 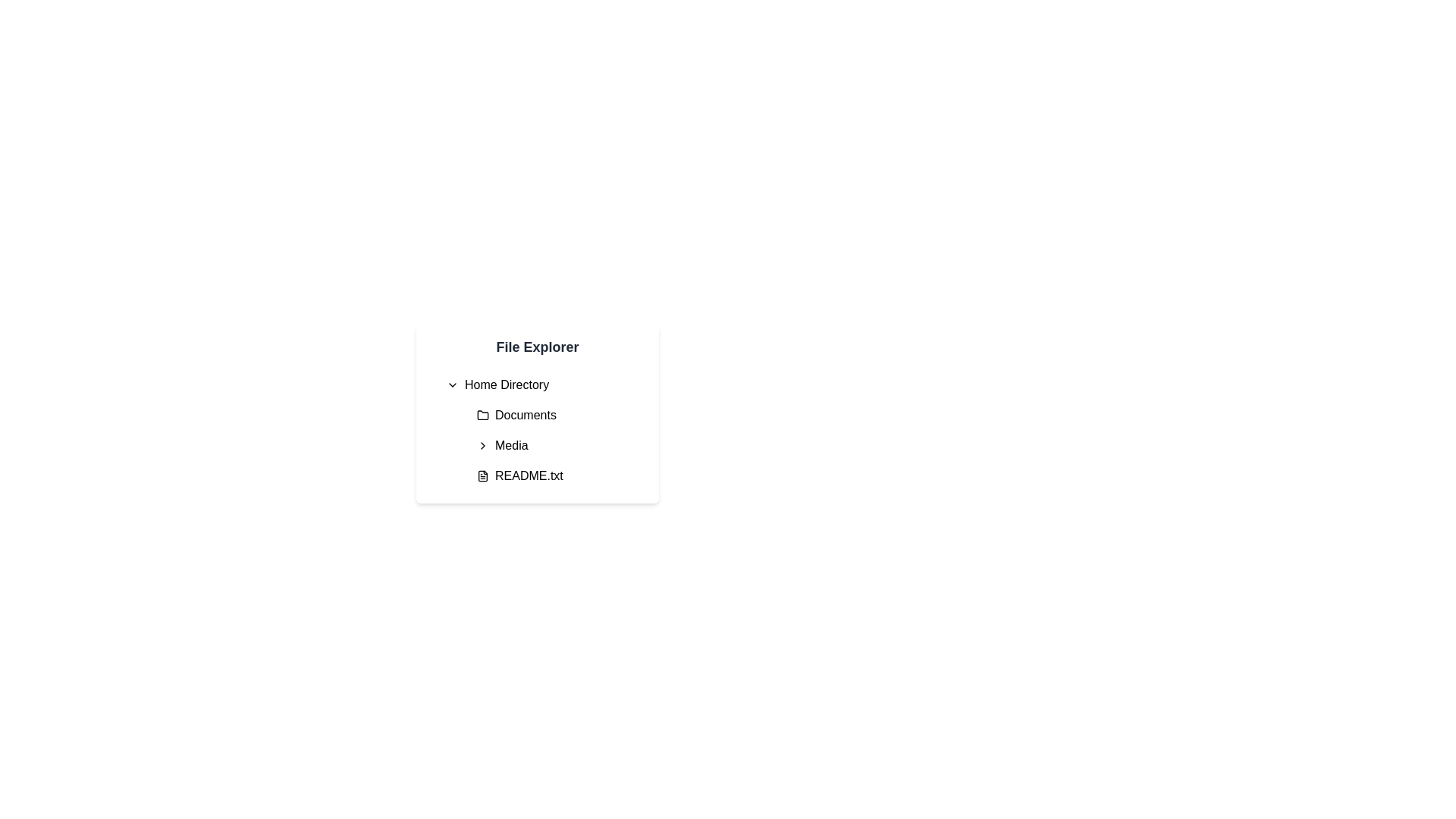 What do you see at coordinates (529, 475) in the screenshot?
I see `the 'README.txt' text label, which is the third item under the 'Media' folder` at bounding box center [529, 475].